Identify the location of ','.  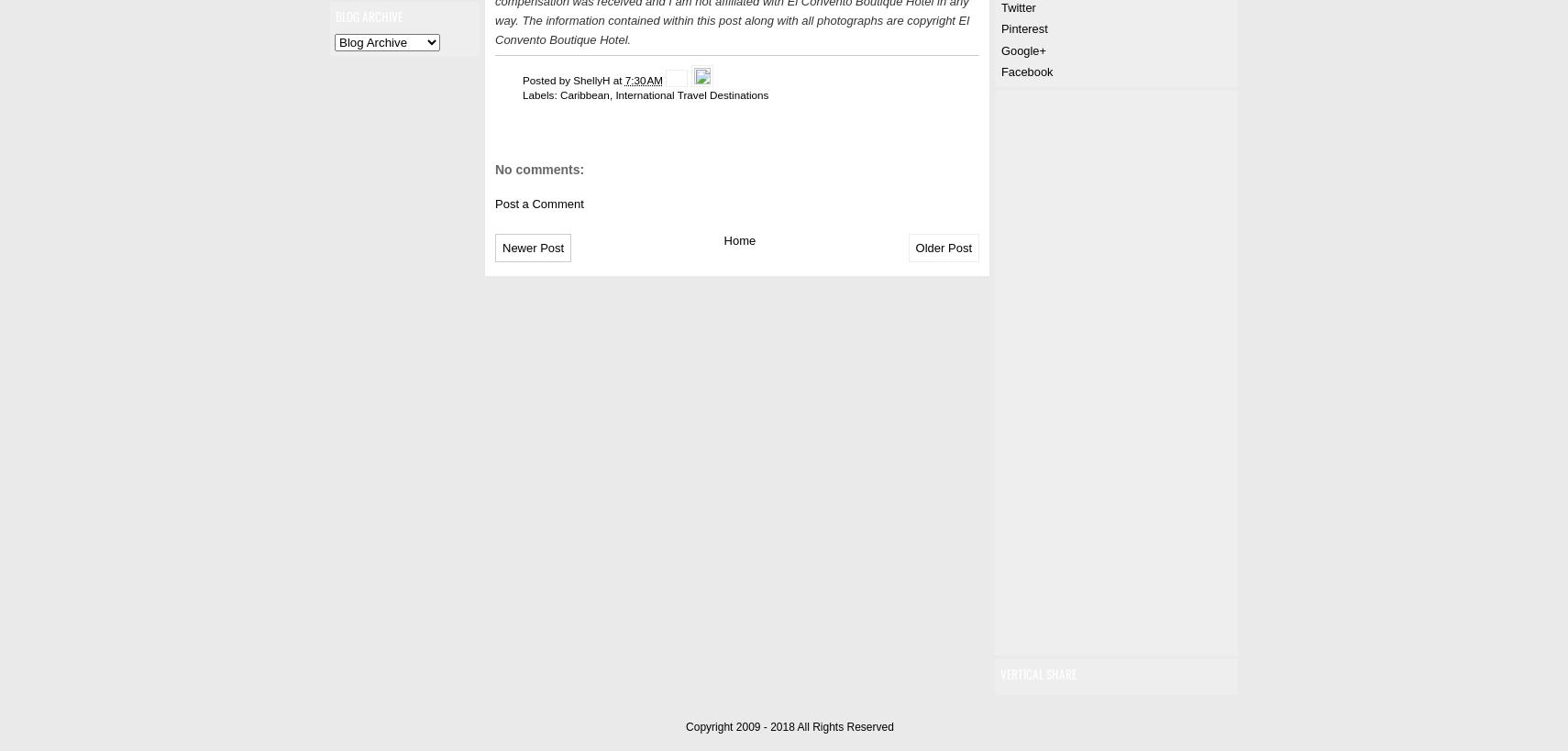
(608, 94).